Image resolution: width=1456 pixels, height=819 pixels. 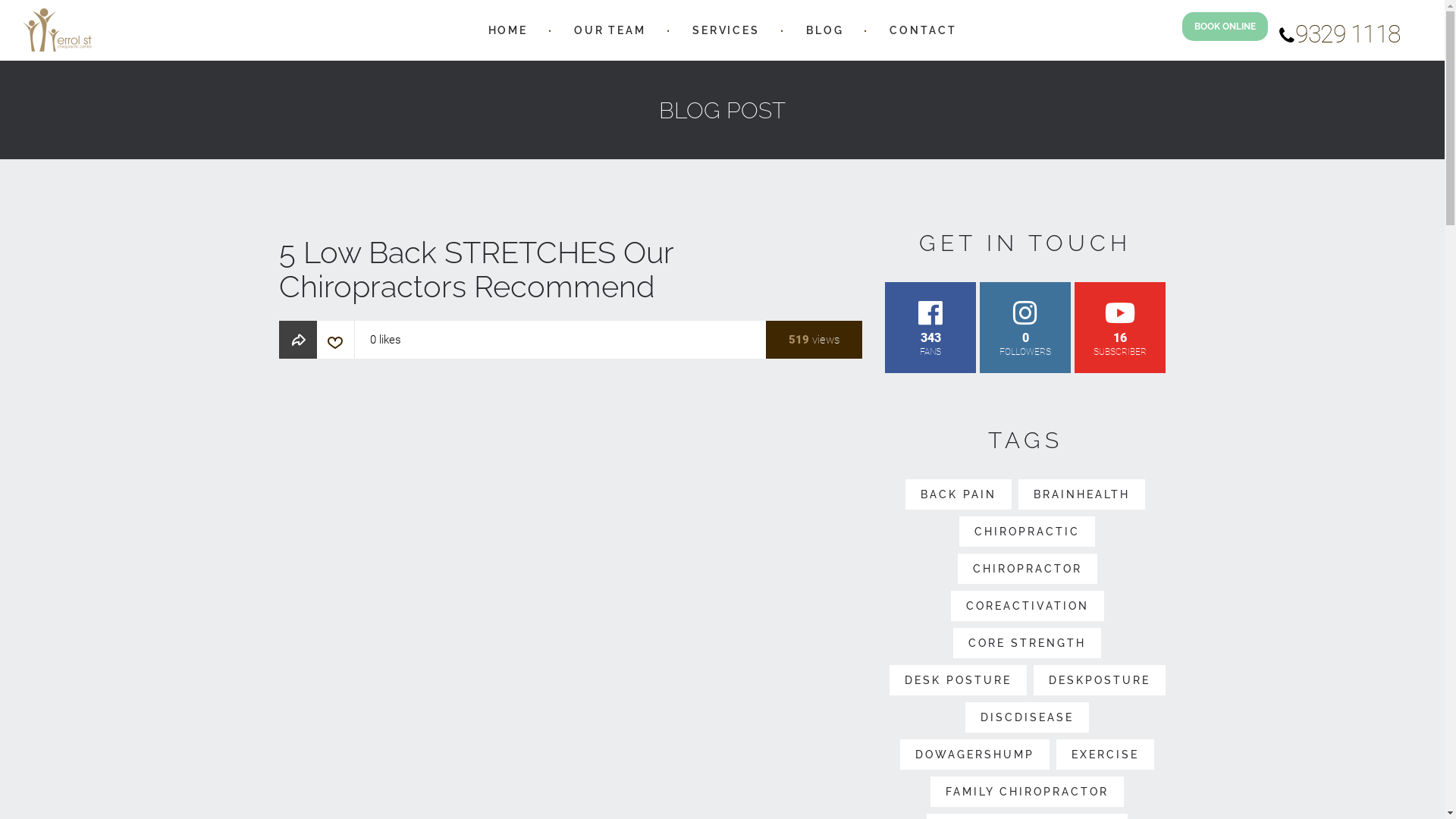 What do you see at coordinates (1225, 26) in the screenshot?
I see `'BOOK ONLINE'` at bounding box center [1225, 26].